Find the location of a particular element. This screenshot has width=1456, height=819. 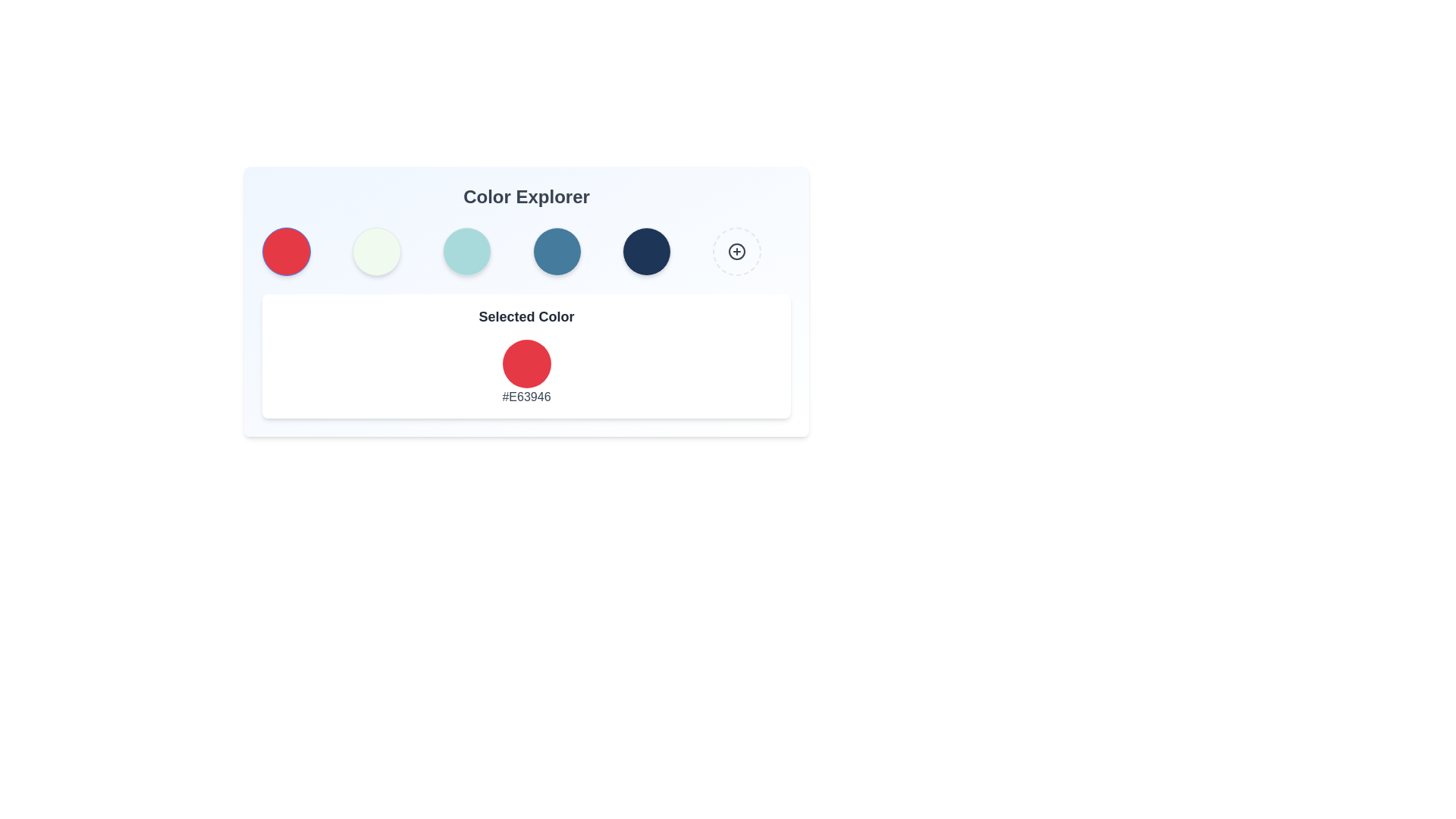

the second circular button from the left in the horizontal row of color selection buttons in the 'Color Explorer' dialog is located at coordinates (376, 250).